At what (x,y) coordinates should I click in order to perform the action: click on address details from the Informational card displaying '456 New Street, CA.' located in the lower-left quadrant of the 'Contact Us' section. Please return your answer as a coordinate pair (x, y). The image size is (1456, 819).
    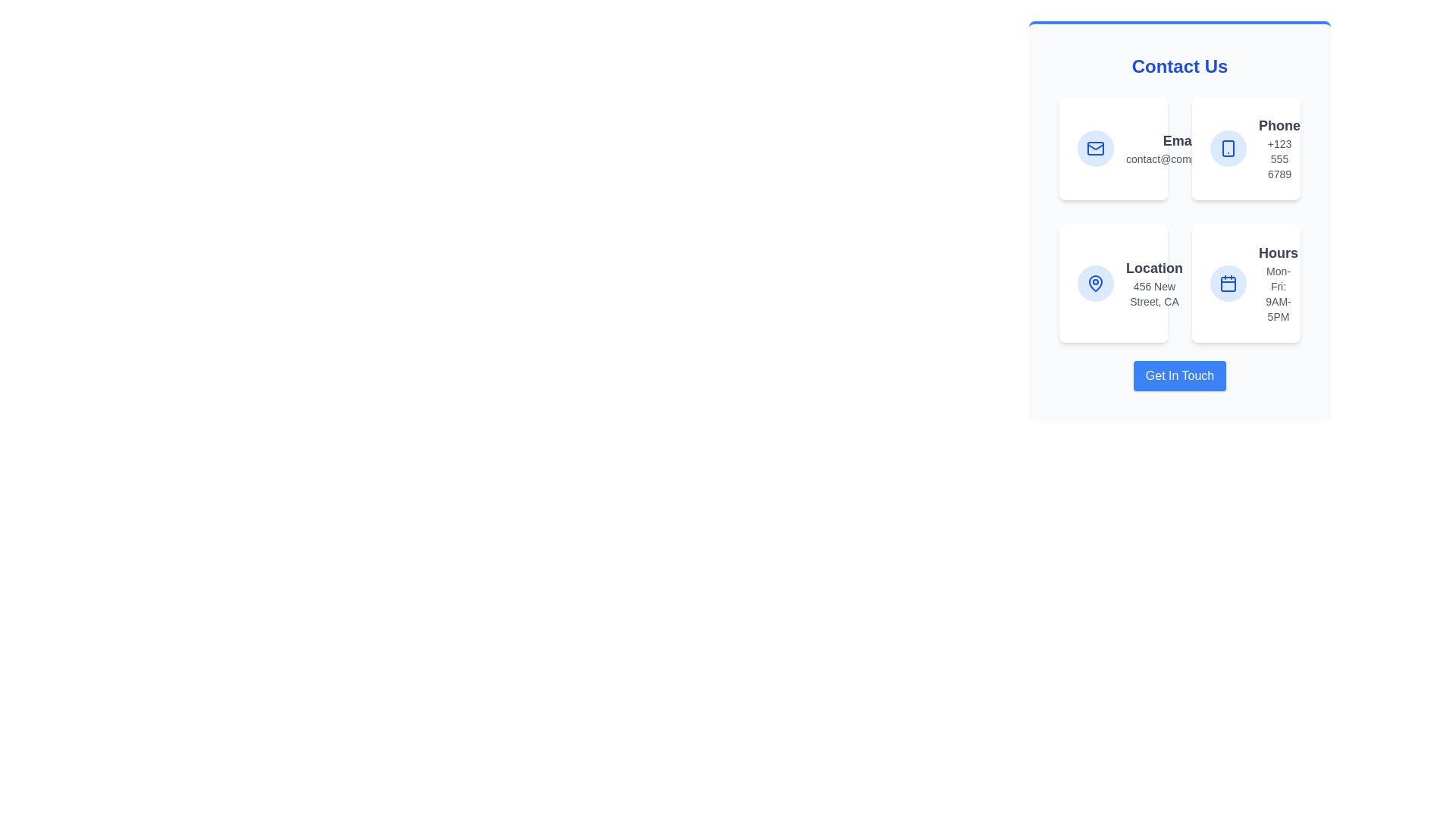
    Looking at the image, I should click on (1113, 284).